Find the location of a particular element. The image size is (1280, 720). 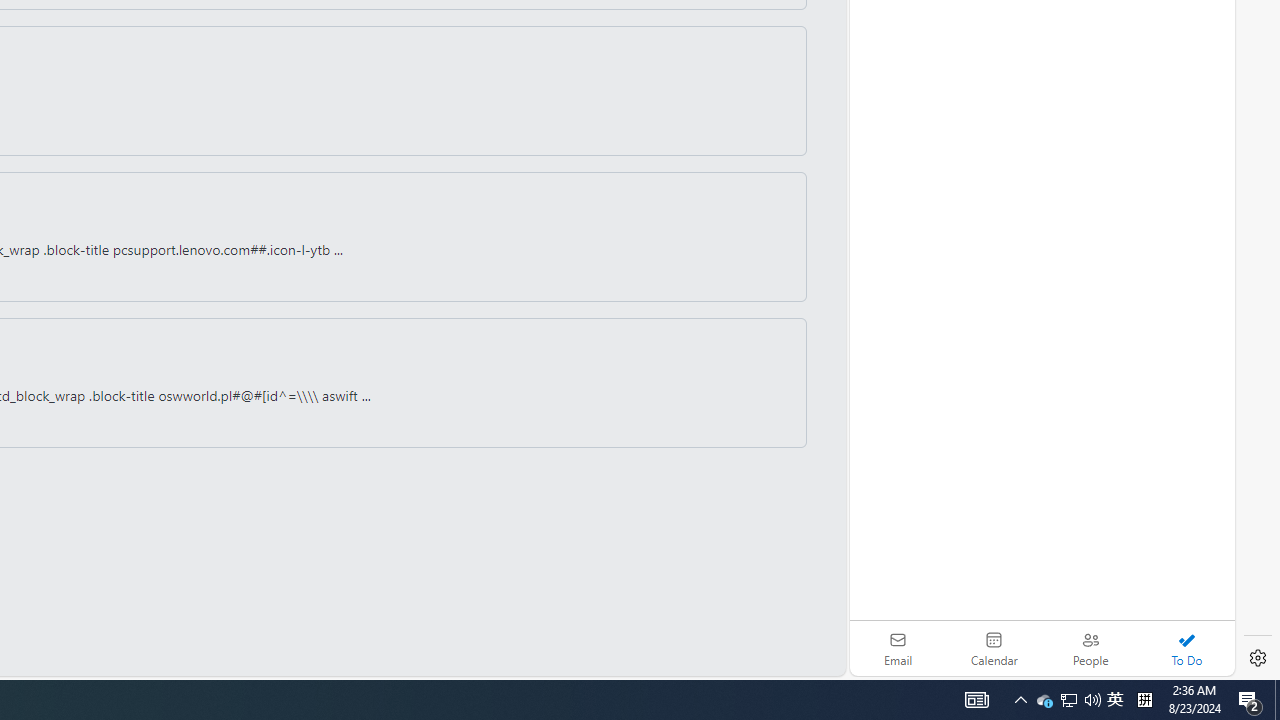

'People' is located at coordinates (1089, 648).